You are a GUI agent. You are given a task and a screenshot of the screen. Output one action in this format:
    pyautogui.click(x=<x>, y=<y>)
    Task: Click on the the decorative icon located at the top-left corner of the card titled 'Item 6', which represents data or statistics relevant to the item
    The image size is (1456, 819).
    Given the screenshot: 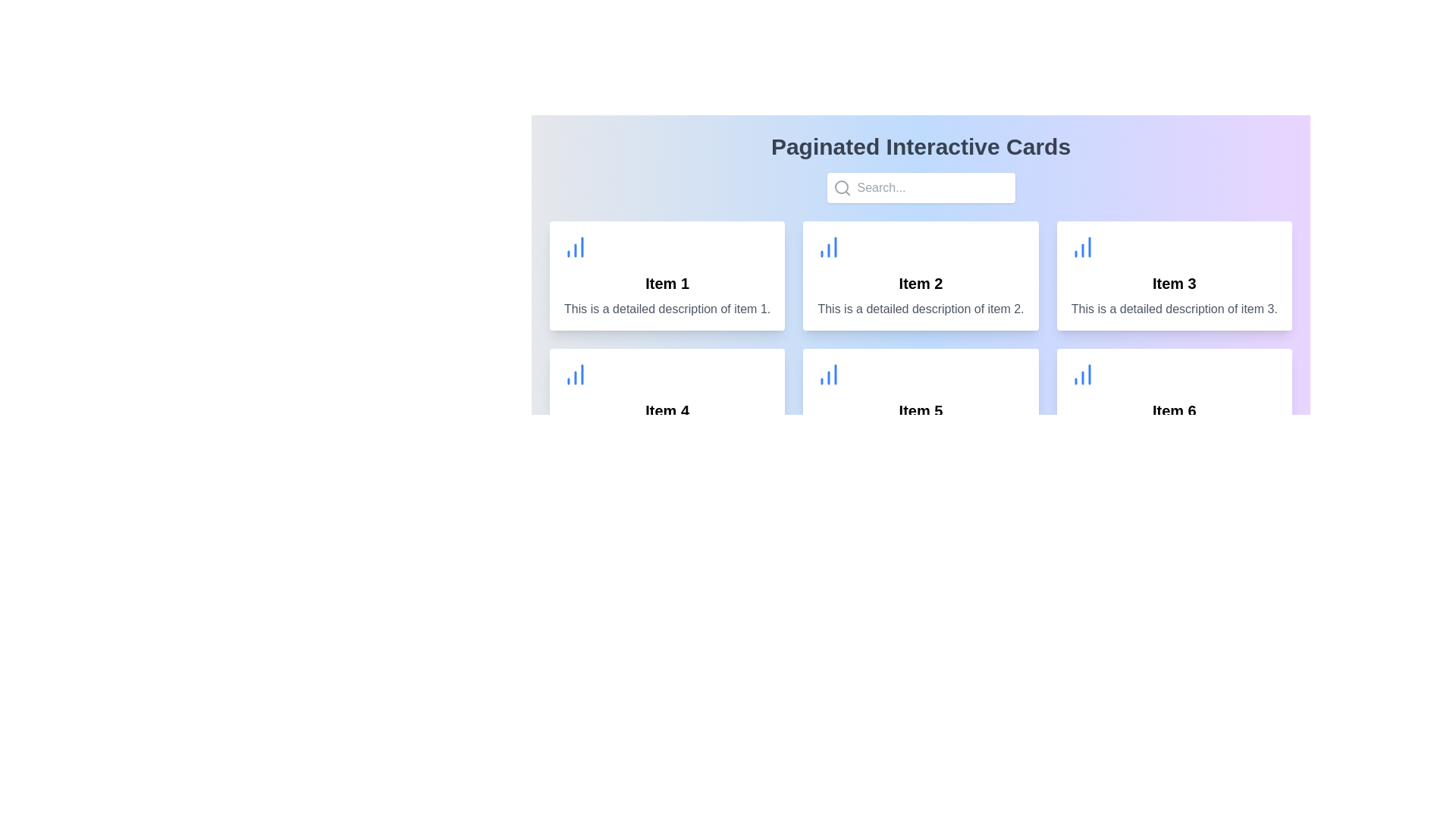 What is the action you would take?
    pyautogui.click(x=1081, y=374)
    